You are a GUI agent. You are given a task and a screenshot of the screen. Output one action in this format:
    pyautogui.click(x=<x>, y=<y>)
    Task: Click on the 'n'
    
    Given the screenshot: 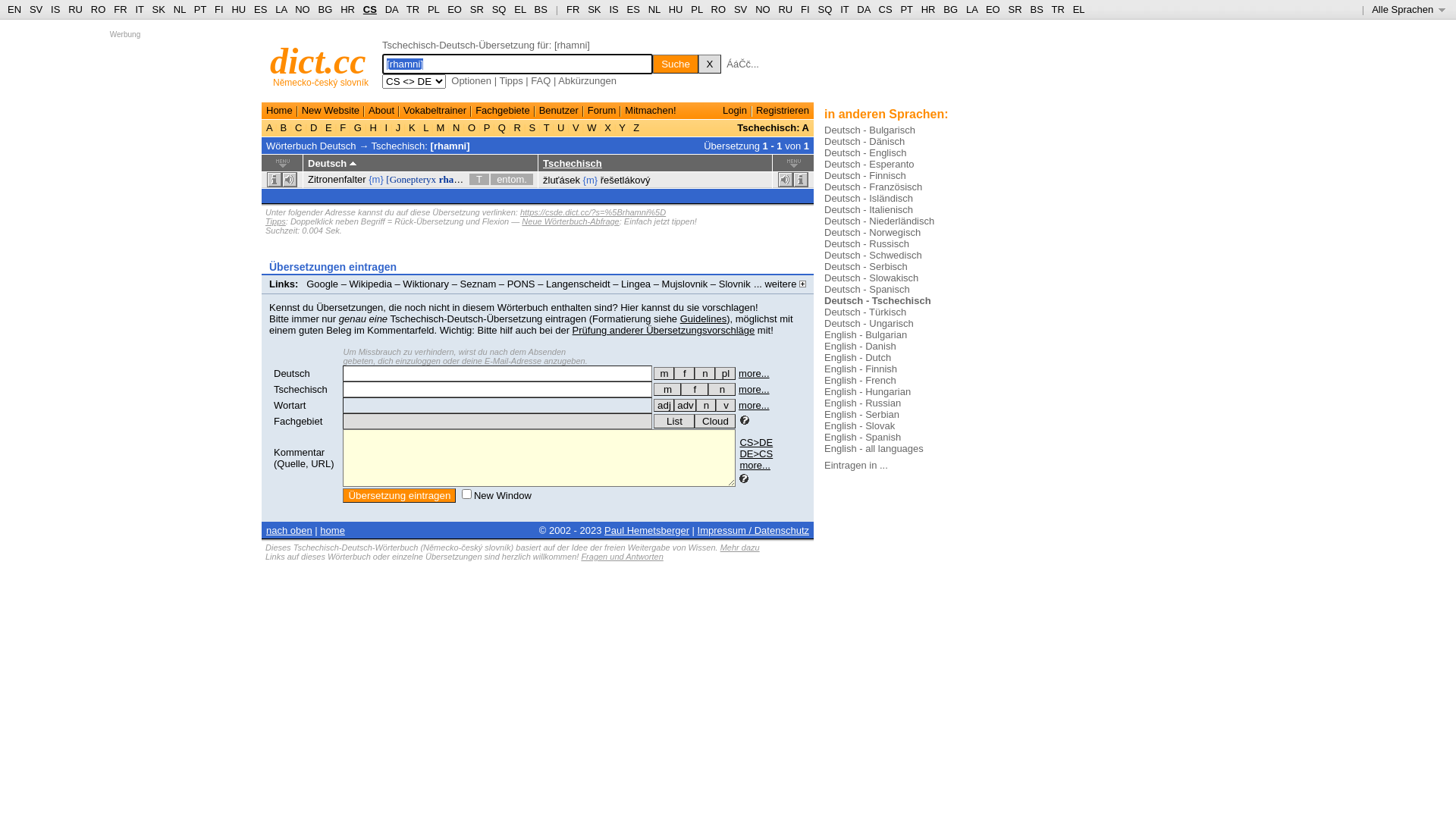 What is the action you would take?
    pyautogui.click(x=720, y=388)
    